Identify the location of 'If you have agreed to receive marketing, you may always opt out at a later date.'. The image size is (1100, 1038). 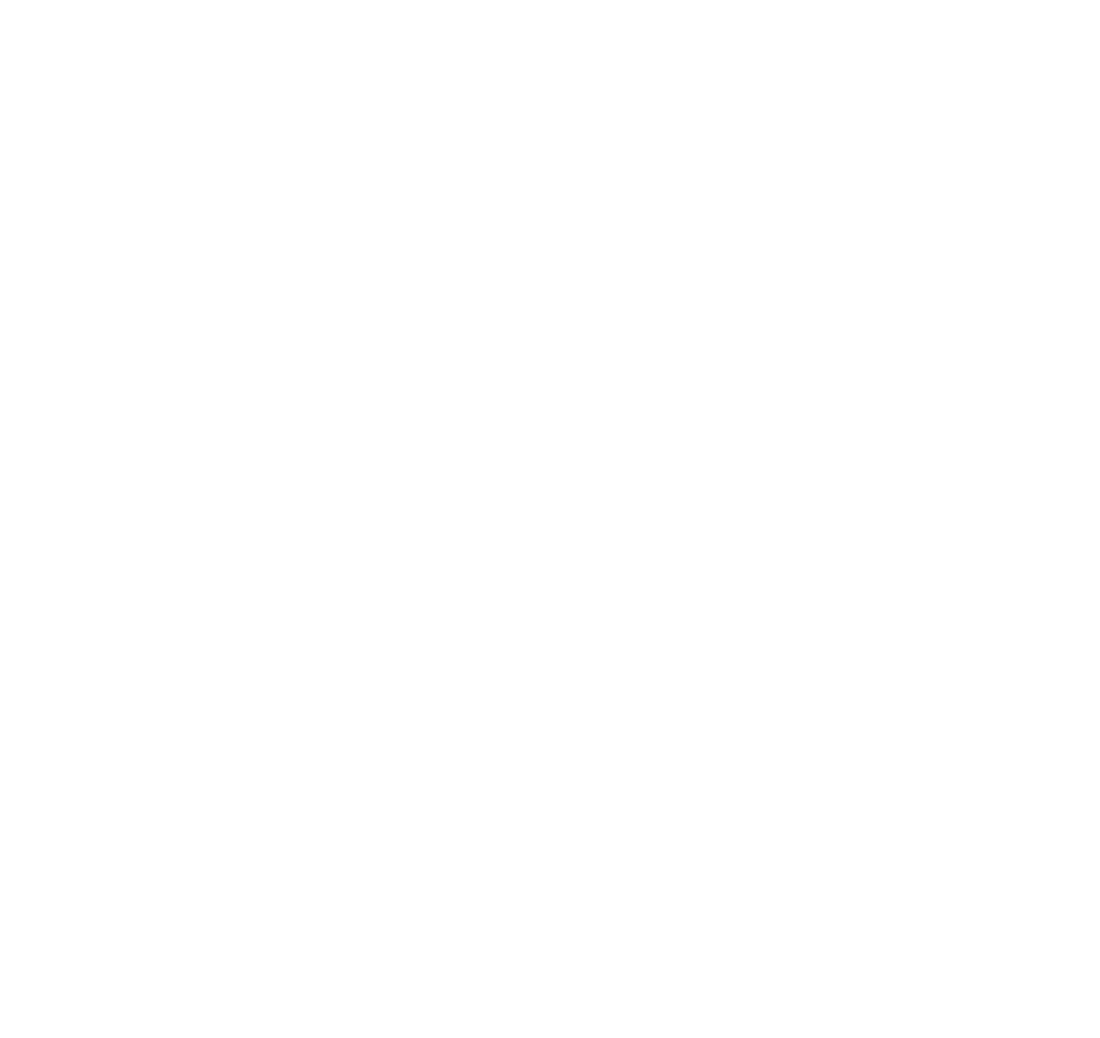
(77, 956).